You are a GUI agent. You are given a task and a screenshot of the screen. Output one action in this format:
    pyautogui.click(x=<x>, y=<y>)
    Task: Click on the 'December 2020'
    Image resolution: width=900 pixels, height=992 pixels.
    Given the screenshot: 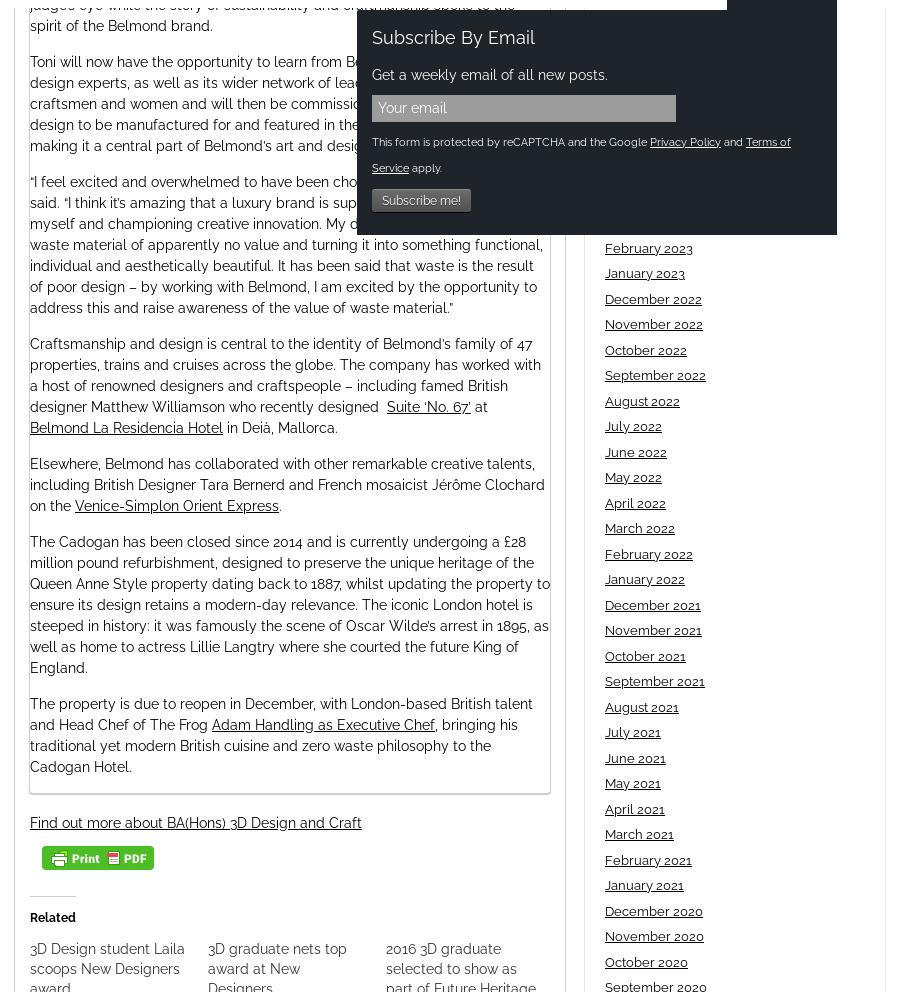 What is the action you would take?
    pyautogui.click(x=604, y=909)
    